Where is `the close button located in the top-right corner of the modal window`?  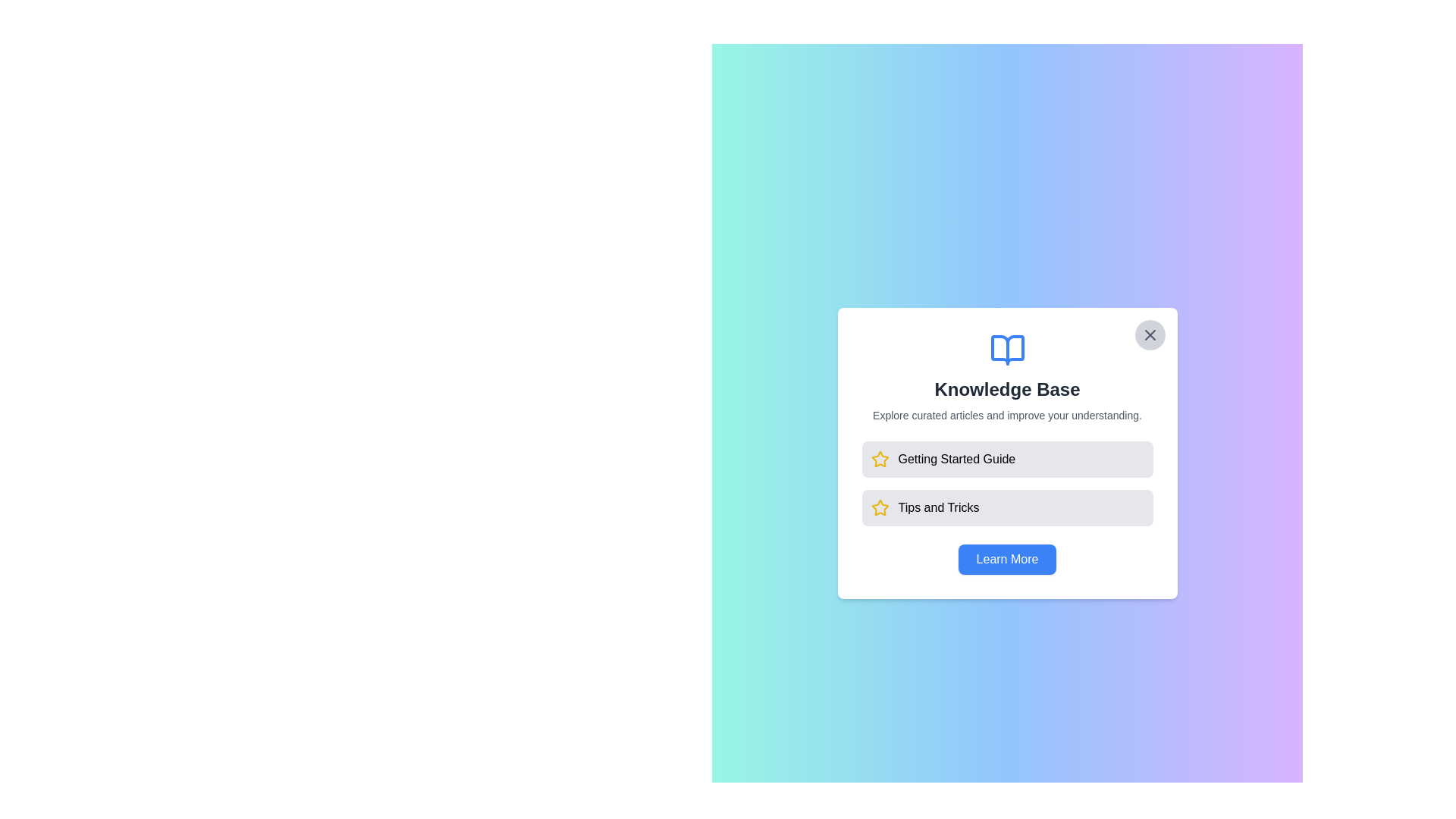
the close button located in the top-right corner of the modal window is located at coordinates (1150, 334).